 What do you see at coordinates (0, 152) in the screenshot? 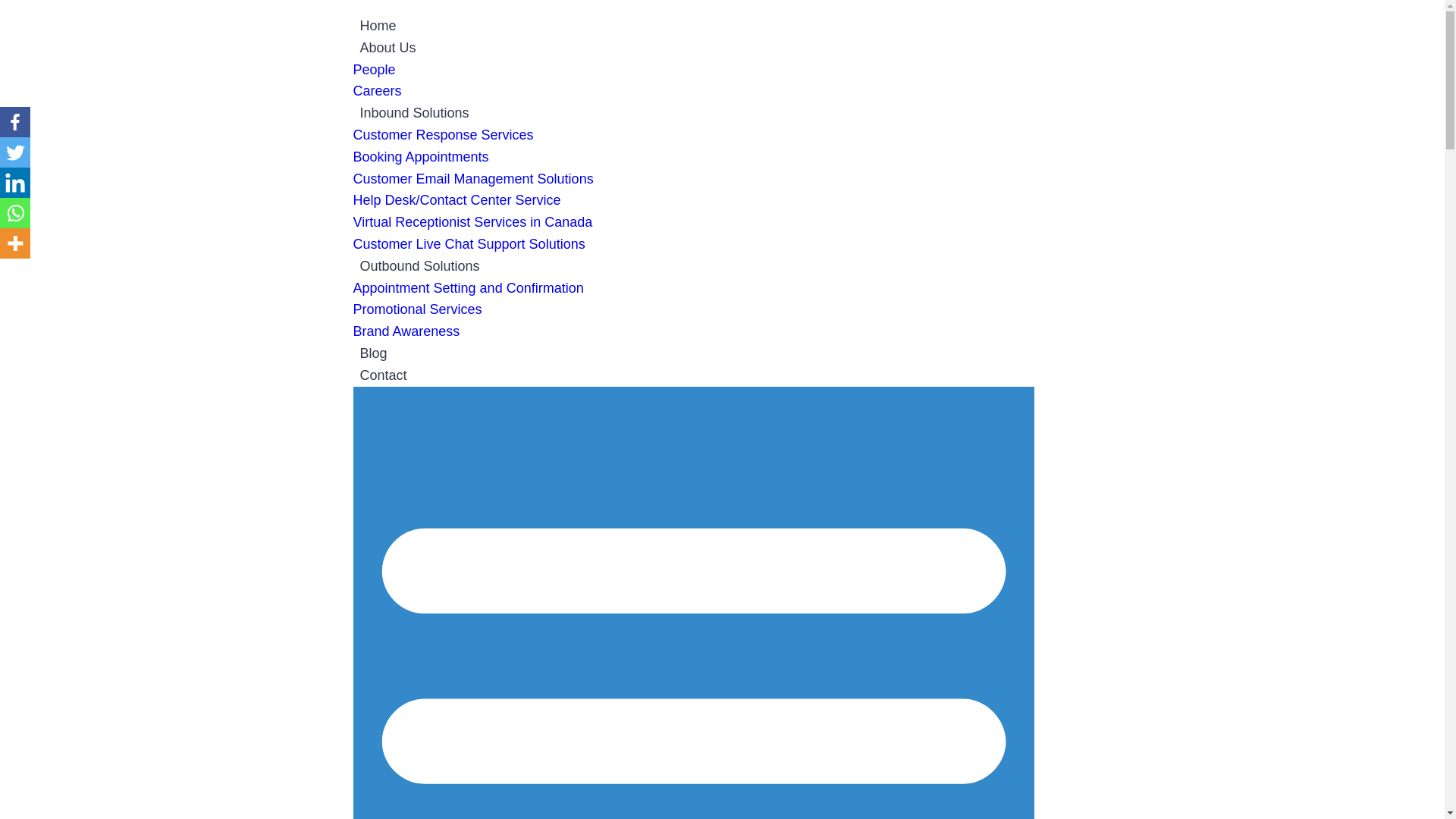
I see `'Twitter'` at bounding box center [0, 152].